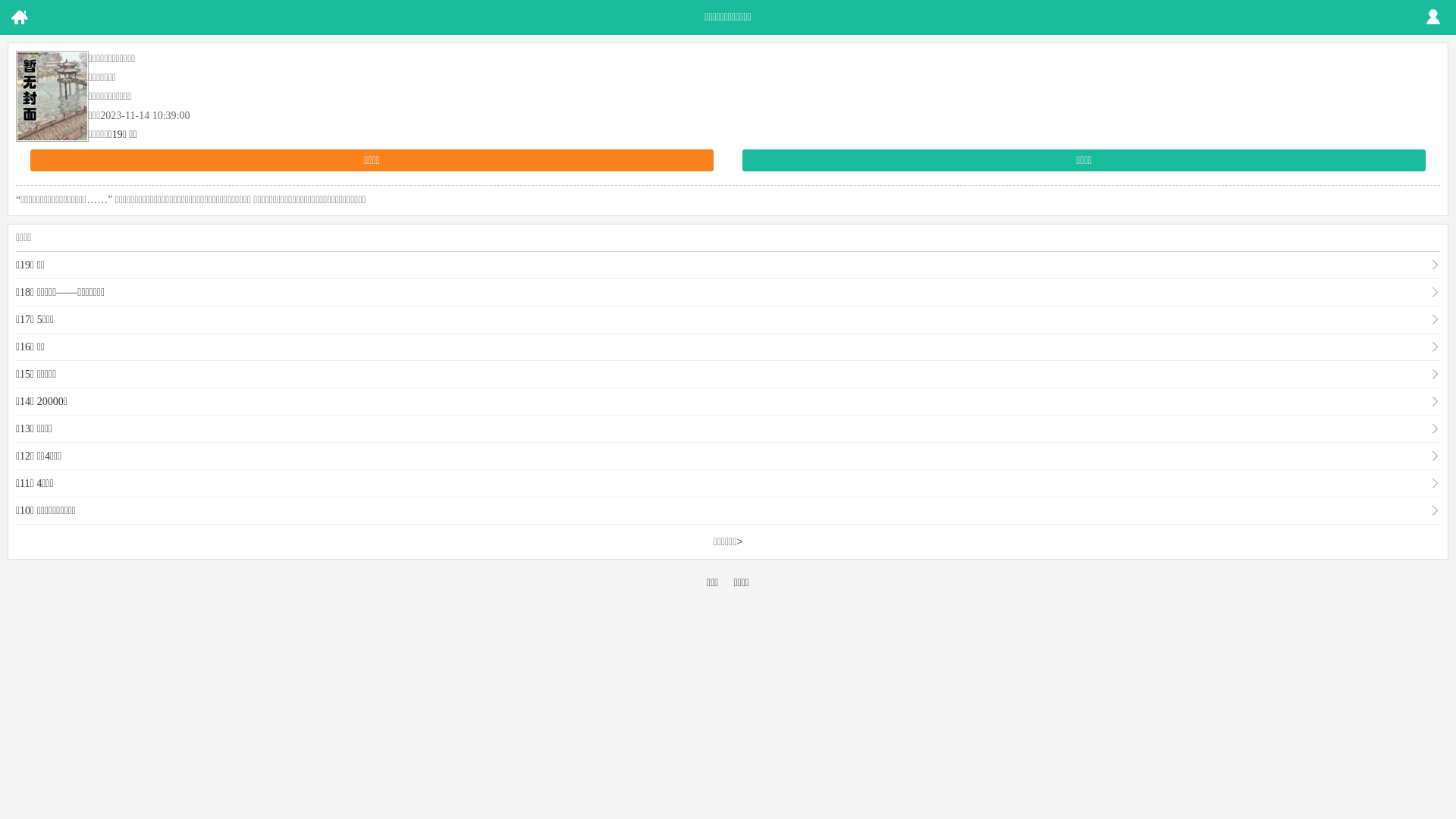 This screenshot has width=1456, height=819. I want to click on ' ', so click(1432, 17).